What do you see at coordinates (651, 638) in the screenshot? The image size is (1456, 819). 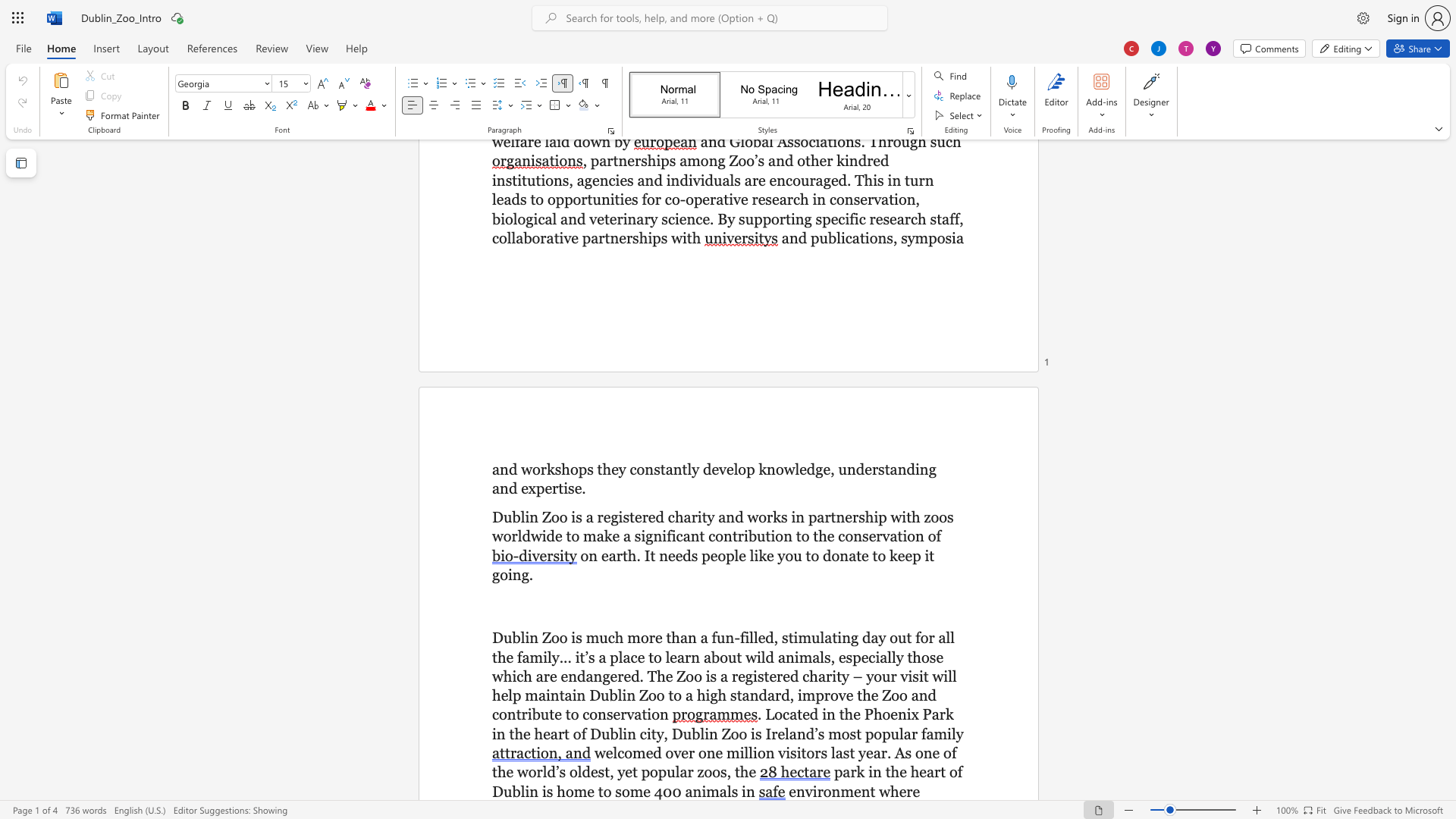 I see `the 1th character "r" in the text` at bounding box center [651, 638].